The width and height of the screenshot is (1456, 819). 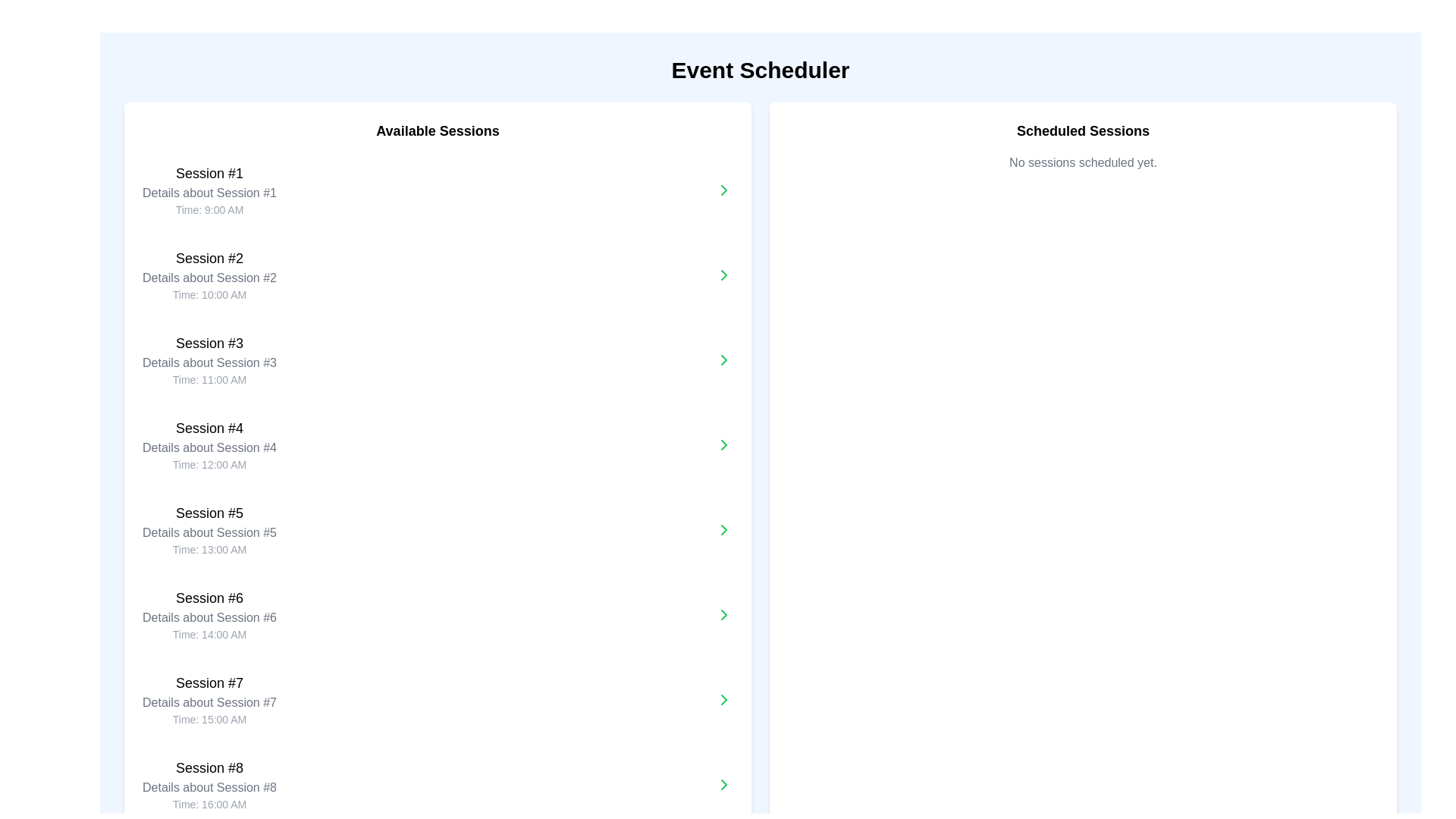 What do you see at coordinates (209, 598) in the screenshot?
I see `the static text label that identifies the sixth session in the event scheduler, located in the 'Available Sessions' column` at bounding box center [209, 598].